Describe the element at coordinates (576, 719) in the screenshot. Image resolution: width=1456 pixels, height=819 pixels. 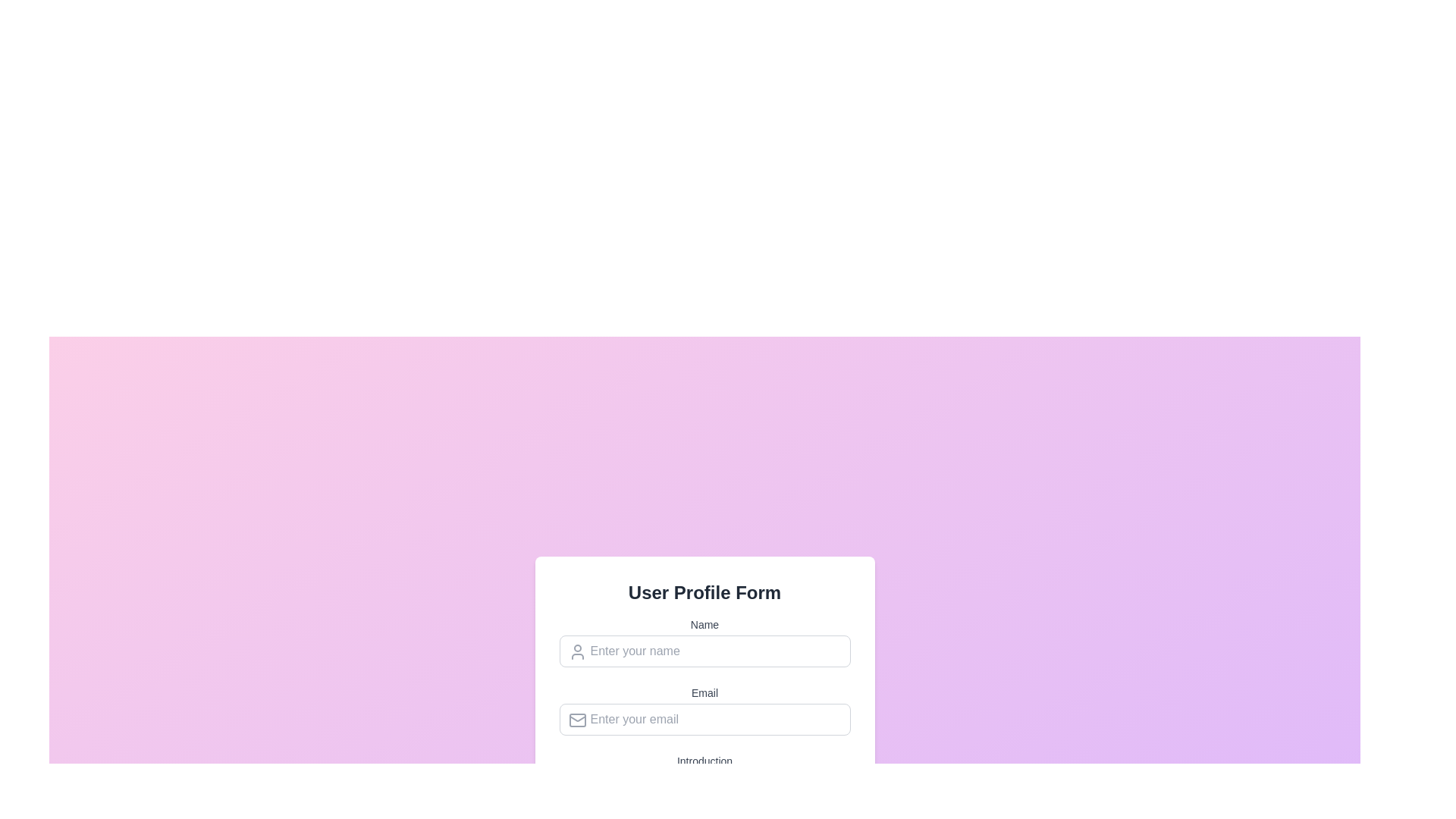
I see `email envelope icon located near the top-left corner of the email input field in the user profile form` at that location.